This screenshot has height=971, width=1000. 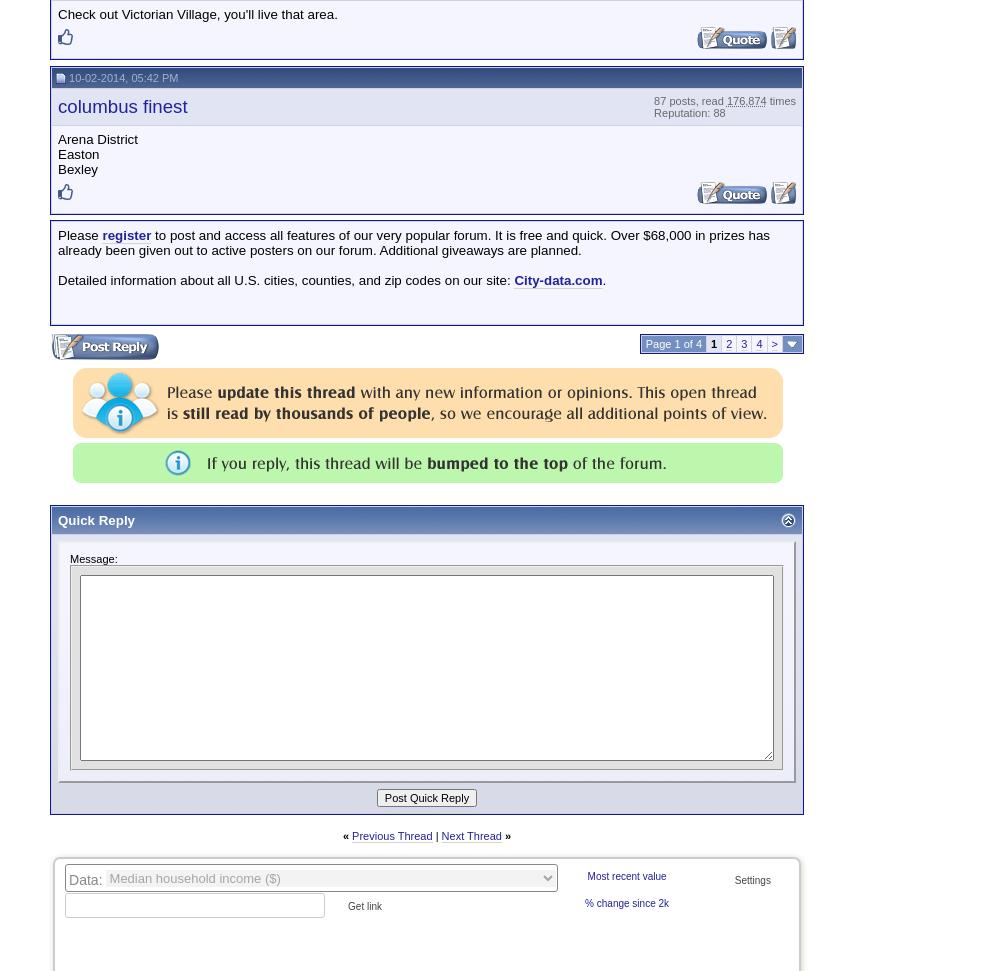 What do you see at coordinates (558, 279) in the screenshot?
I see `'City-data.com'` at bounding box center [558, 279].